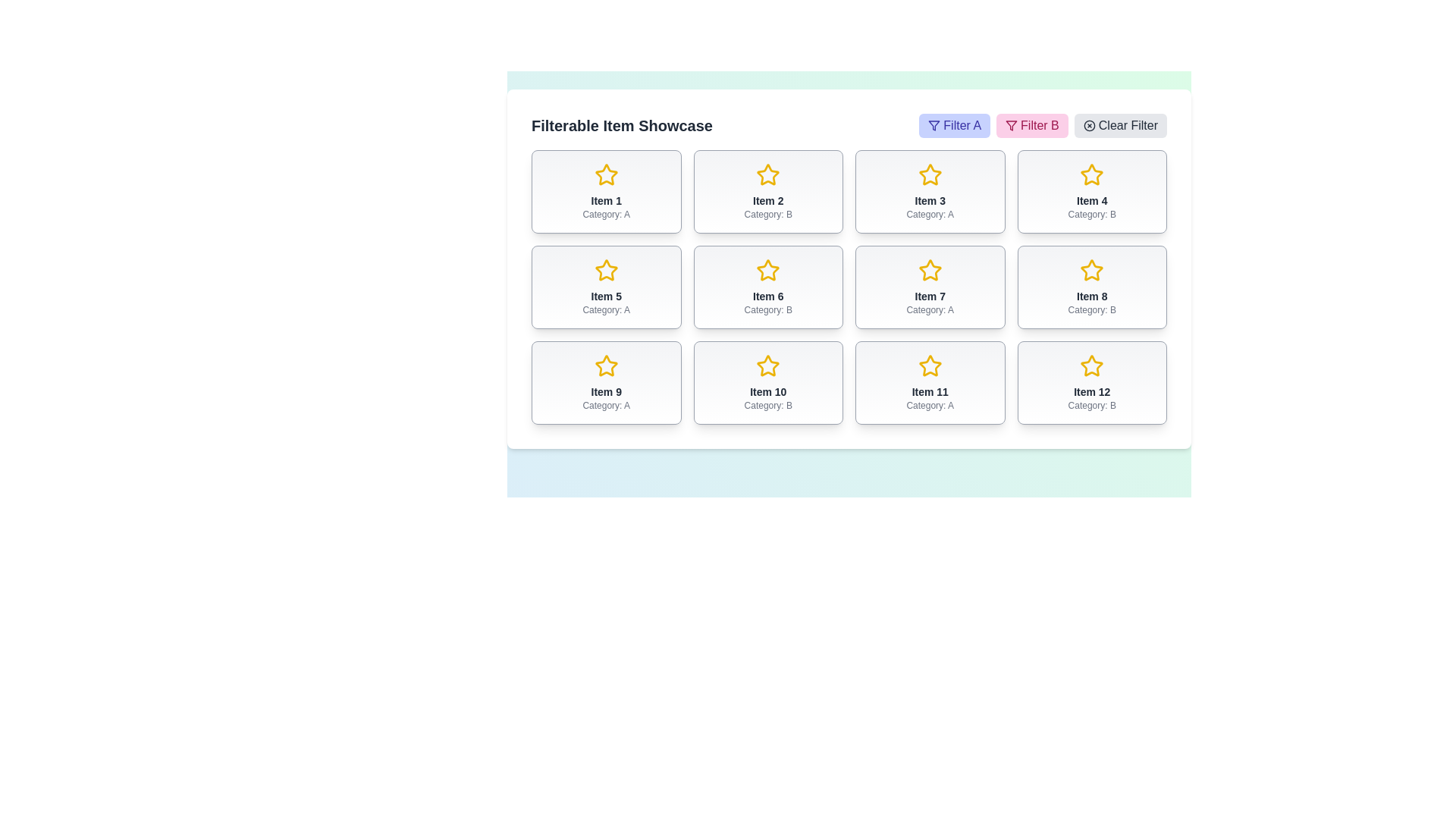 The image size is (1456, 819). I want to click on the 'Clear Filter' button which is styled with a gray background and text, featuring a rounded rectangle shape and an 'X' icon to the left of the text, located in the top-right corner of the display area, so click(1120, 124).